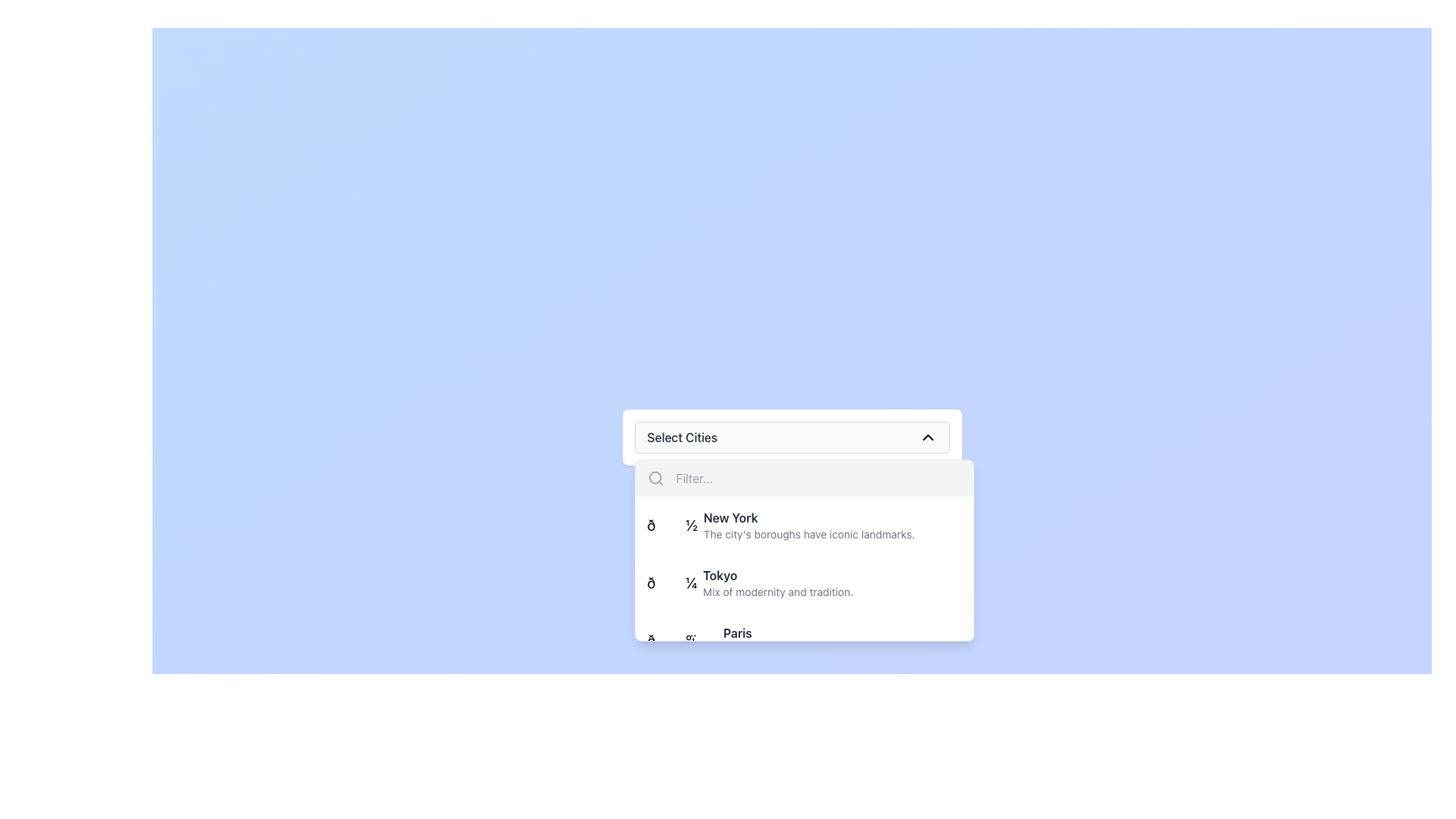 The height and width of the screenshot is (819, 1456). Describe the element at coordinates (791, 438) in the screenshot. I see `the Dropdown trigger button located at the top of the dropdown menu` at that location.